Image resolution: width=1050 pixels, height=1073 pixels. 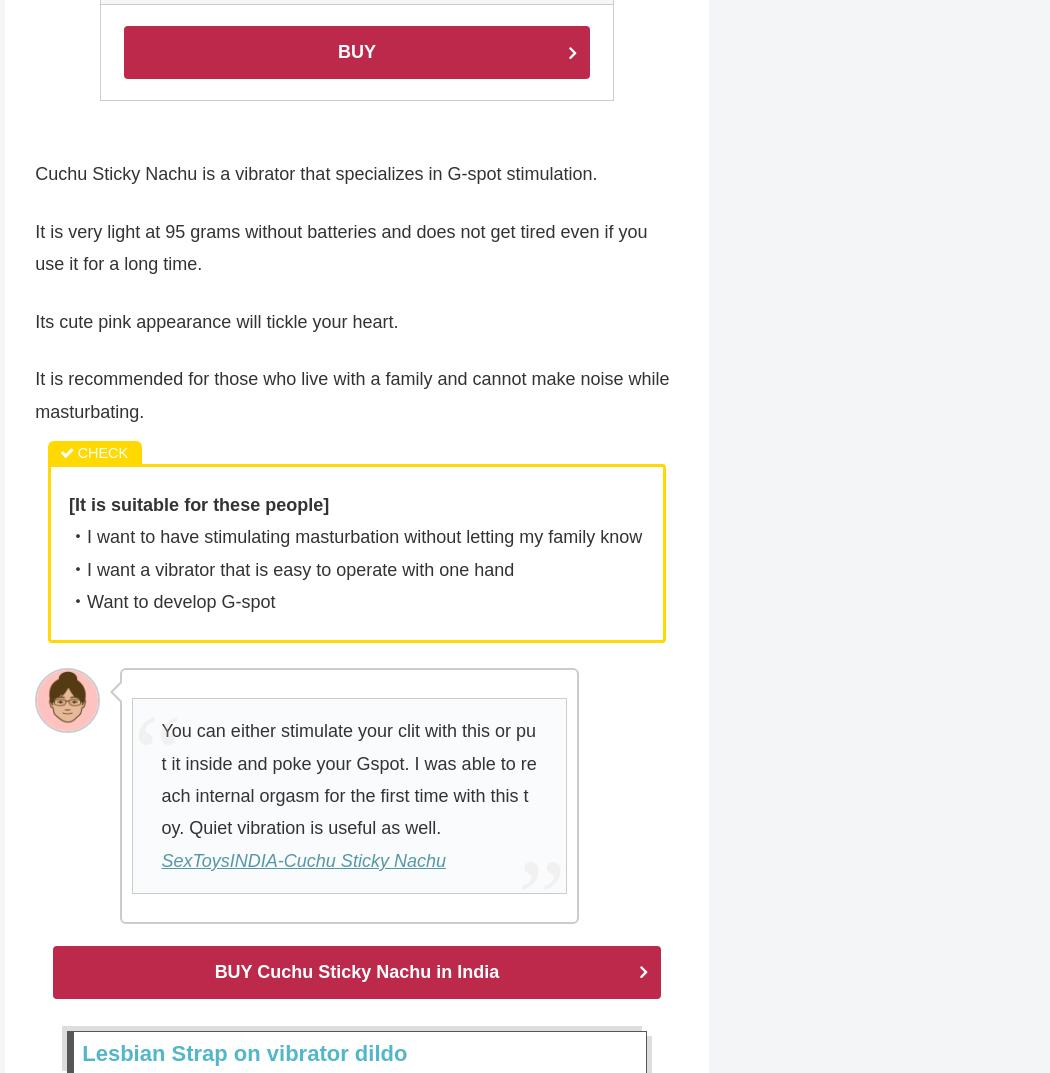 I want to click on 'You can either stimulate your clit with this or put it inside and poke your Gspot. I was able to reach internal orgasm for the first time with this toy. Quiet vibration is useful as well.', so click(x=347, y=781).